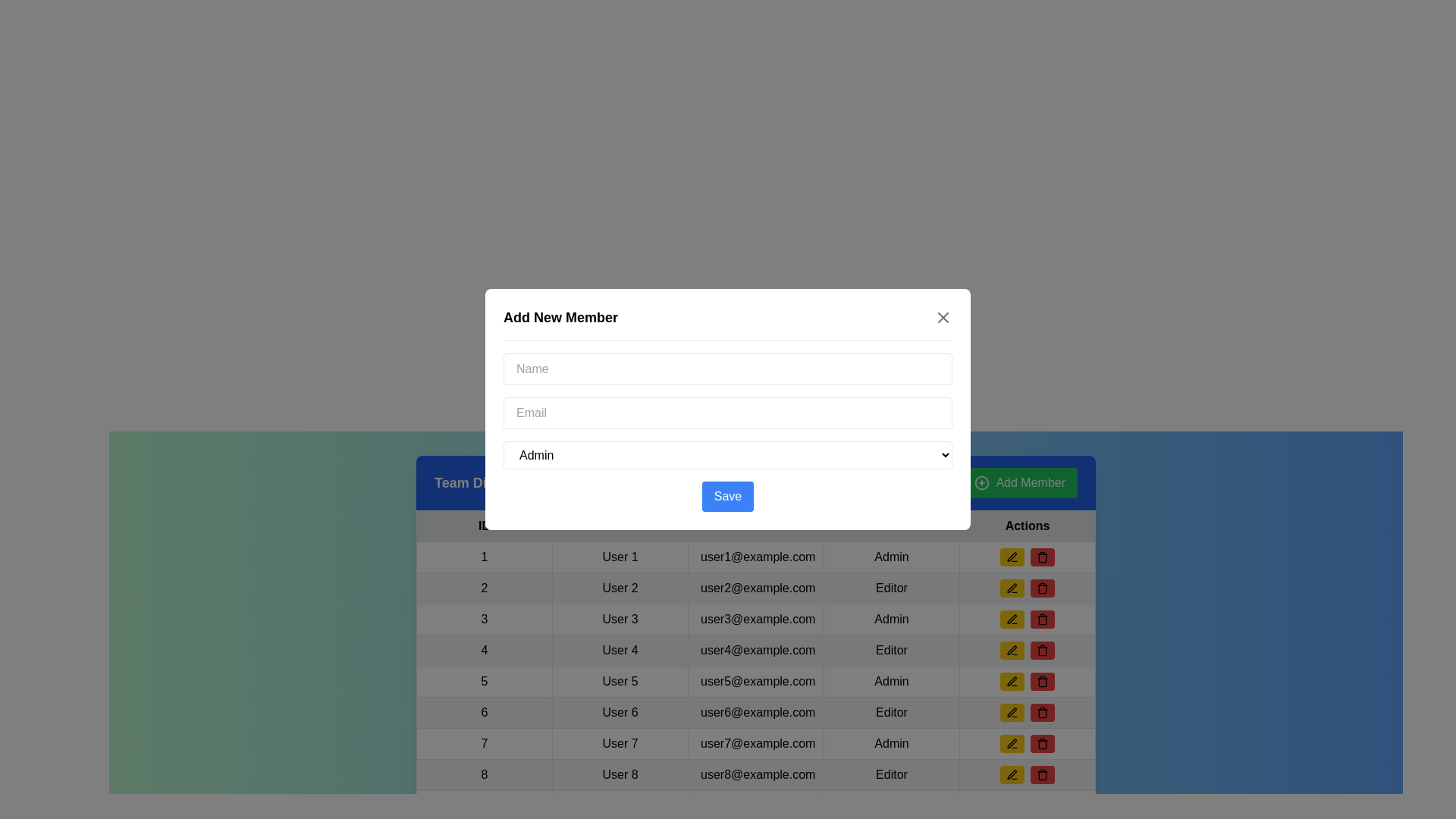  What do you see at coordinates (1012, 587) in the screenshot?
I see `the pen icon located in the Actions column of the table for User 2` at bounding box center [1012, 587].